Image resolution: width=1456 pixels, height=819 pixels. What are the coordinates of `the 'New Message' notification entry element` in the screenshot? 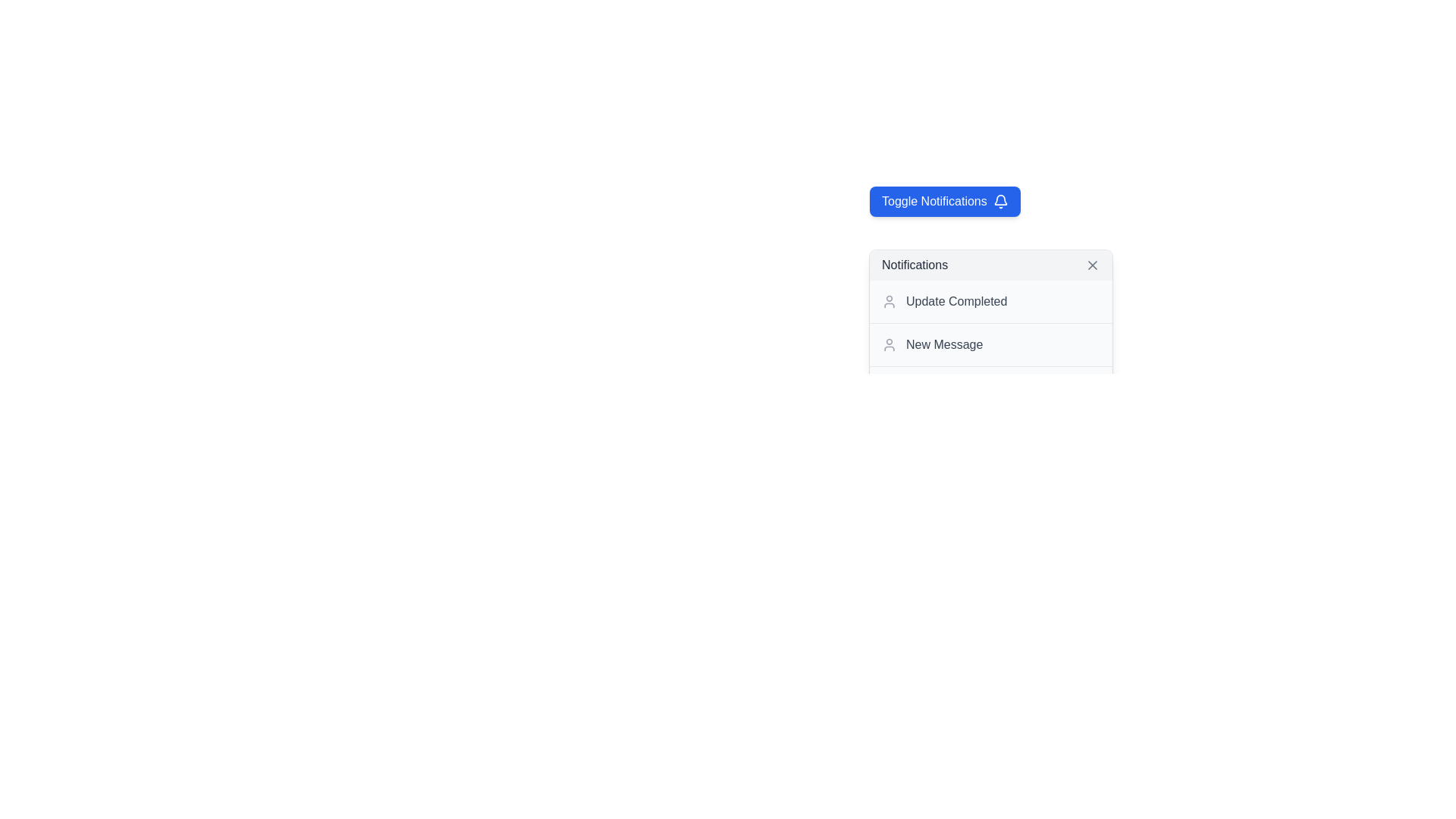 It's located at (990, 344).